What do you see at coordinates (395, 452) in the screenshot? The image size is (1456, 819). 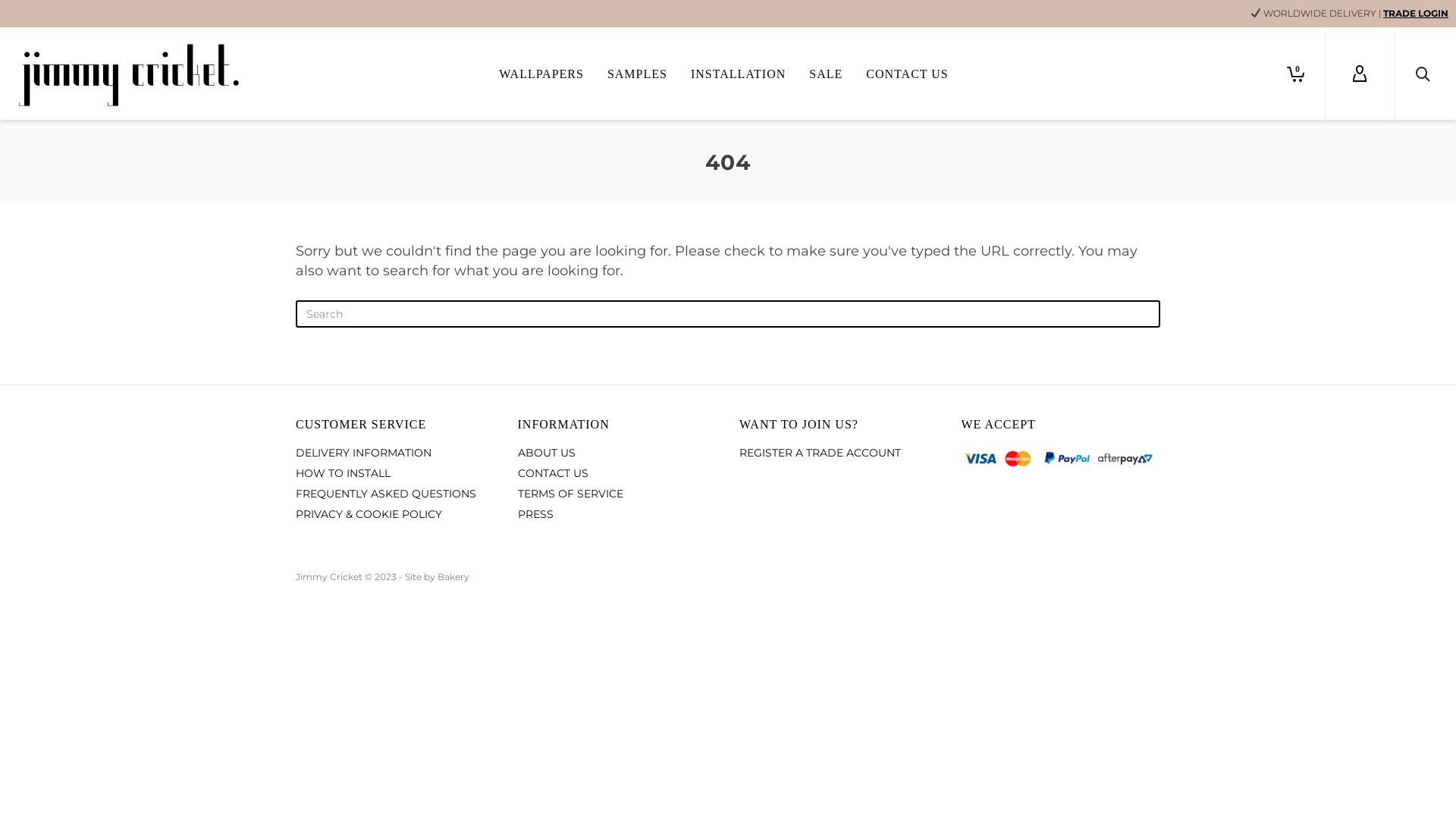 I see `'DELIVERY INFORMATION'` at bounding box center [395, 452].